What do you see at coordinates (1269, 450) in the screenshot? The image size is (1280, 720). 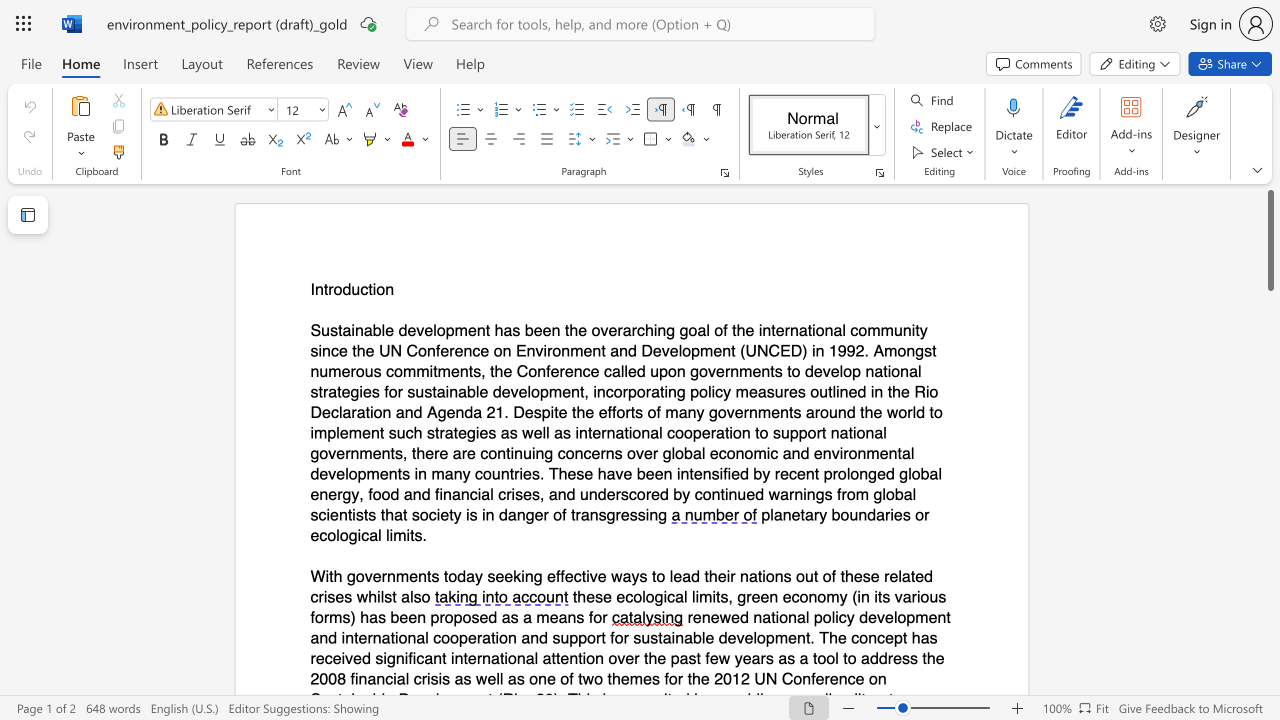 I see `the scrollbar to adjust the page downward` at bounding box center [1269, 450].